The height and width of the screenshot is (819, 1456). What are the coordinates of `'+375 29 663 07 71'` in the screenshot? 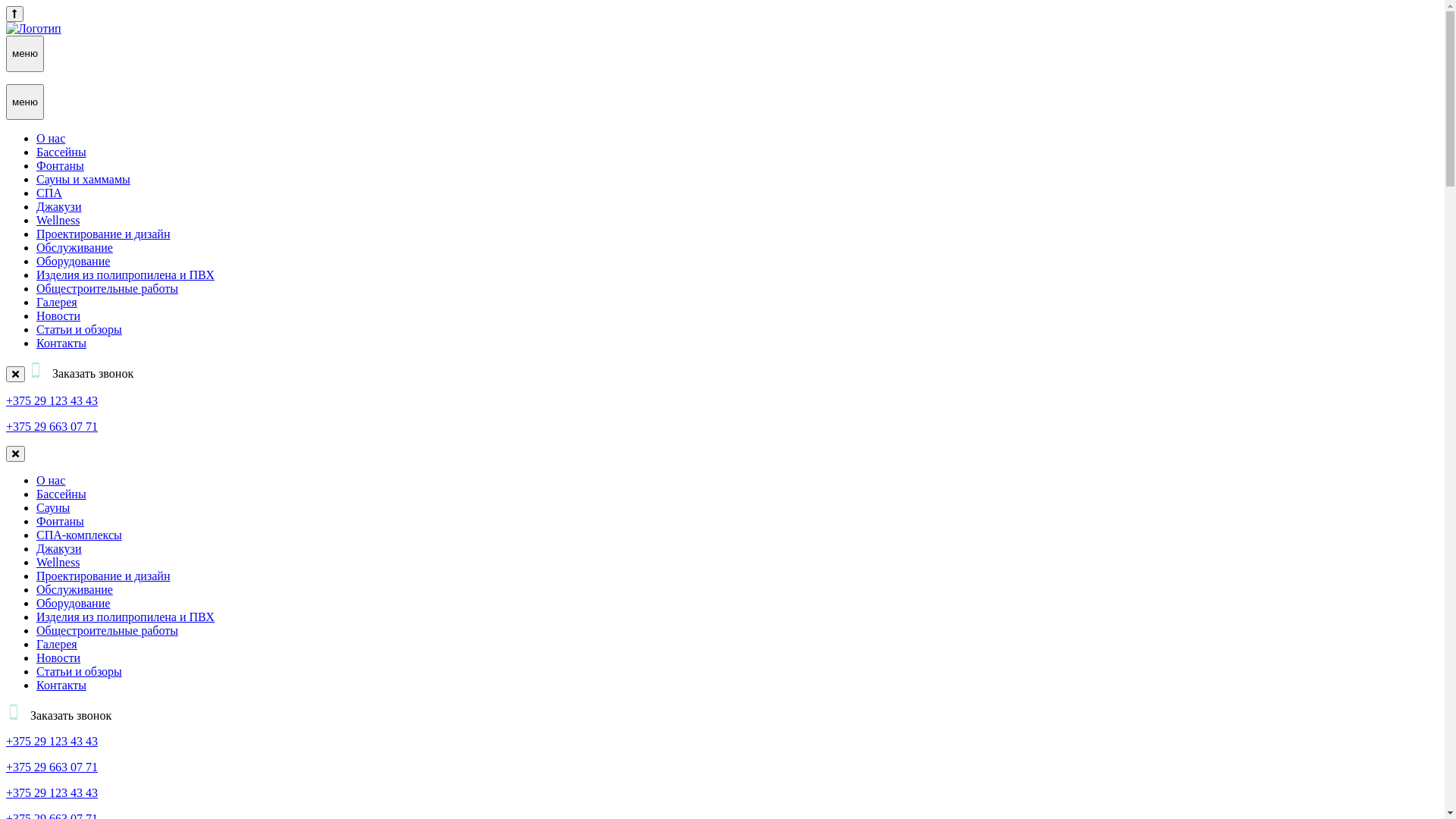 It's located at (6, 767).